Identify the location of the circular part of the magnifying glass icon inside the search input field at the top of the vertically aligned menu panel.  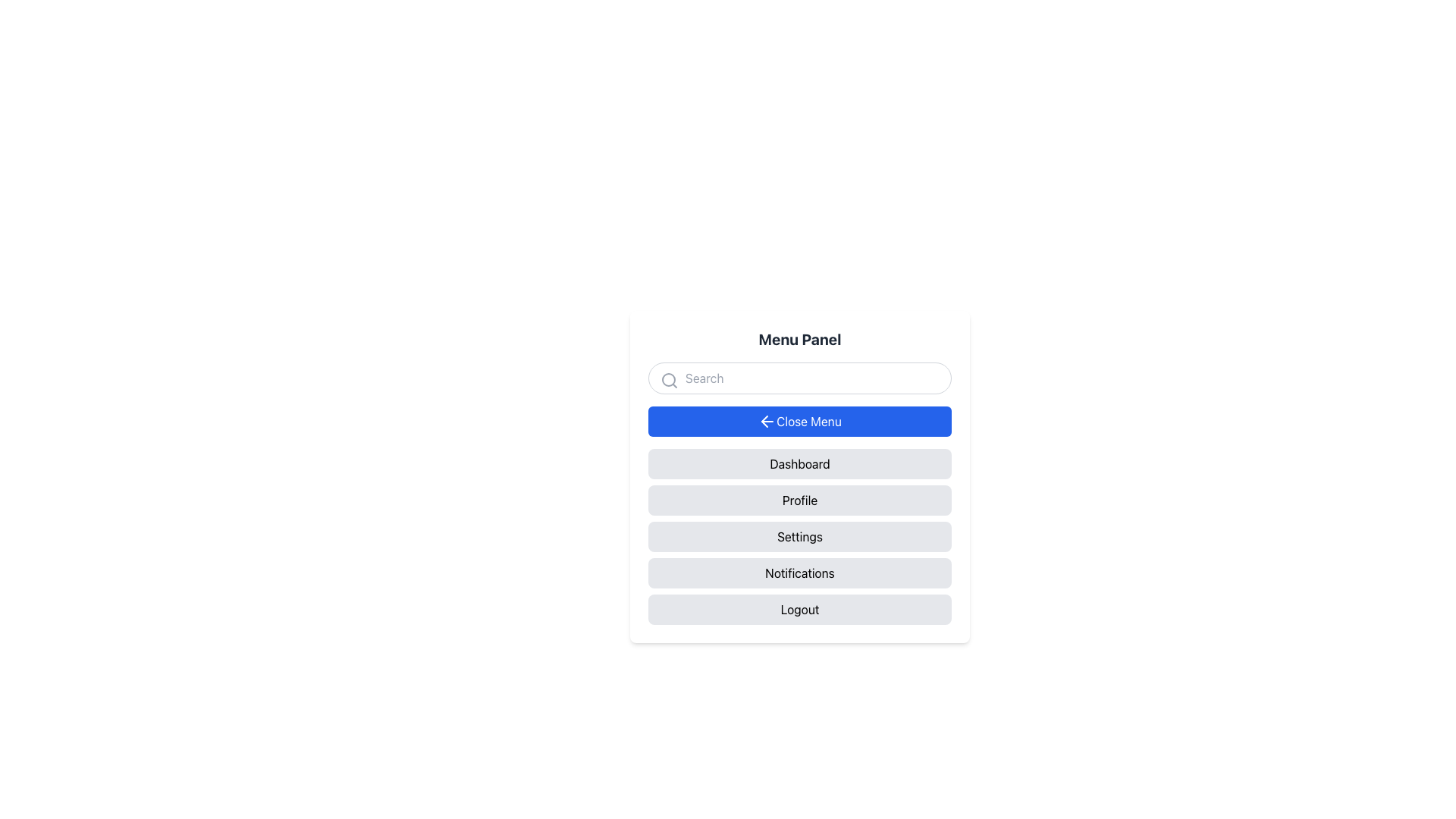
(668, 379).